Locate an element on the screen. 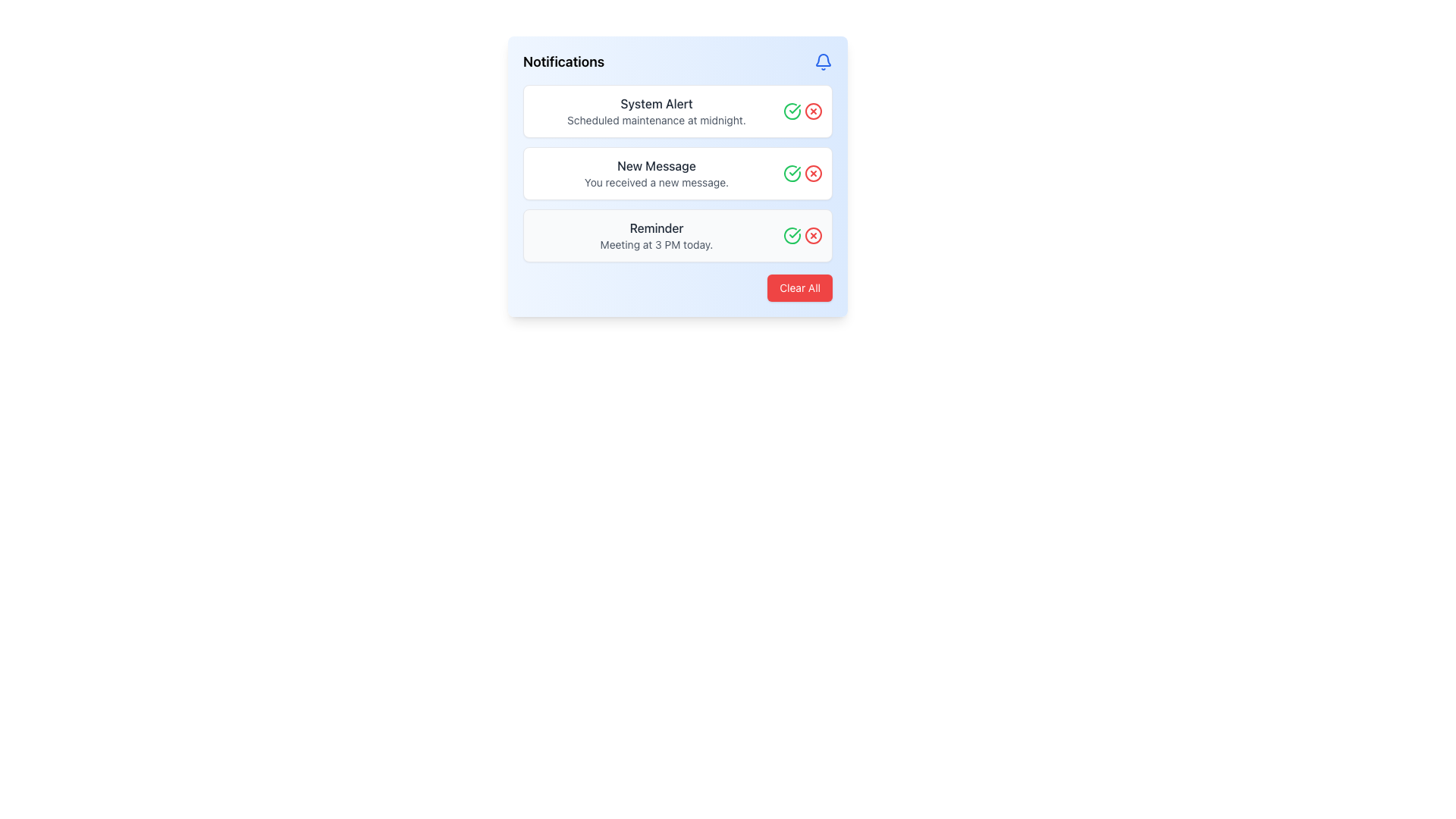 The width and height of the screenshot is (1456, 819). information displayed in the text label that shows 'System Alert' located at the top of the notification panel is located at coordinates (656, 103).